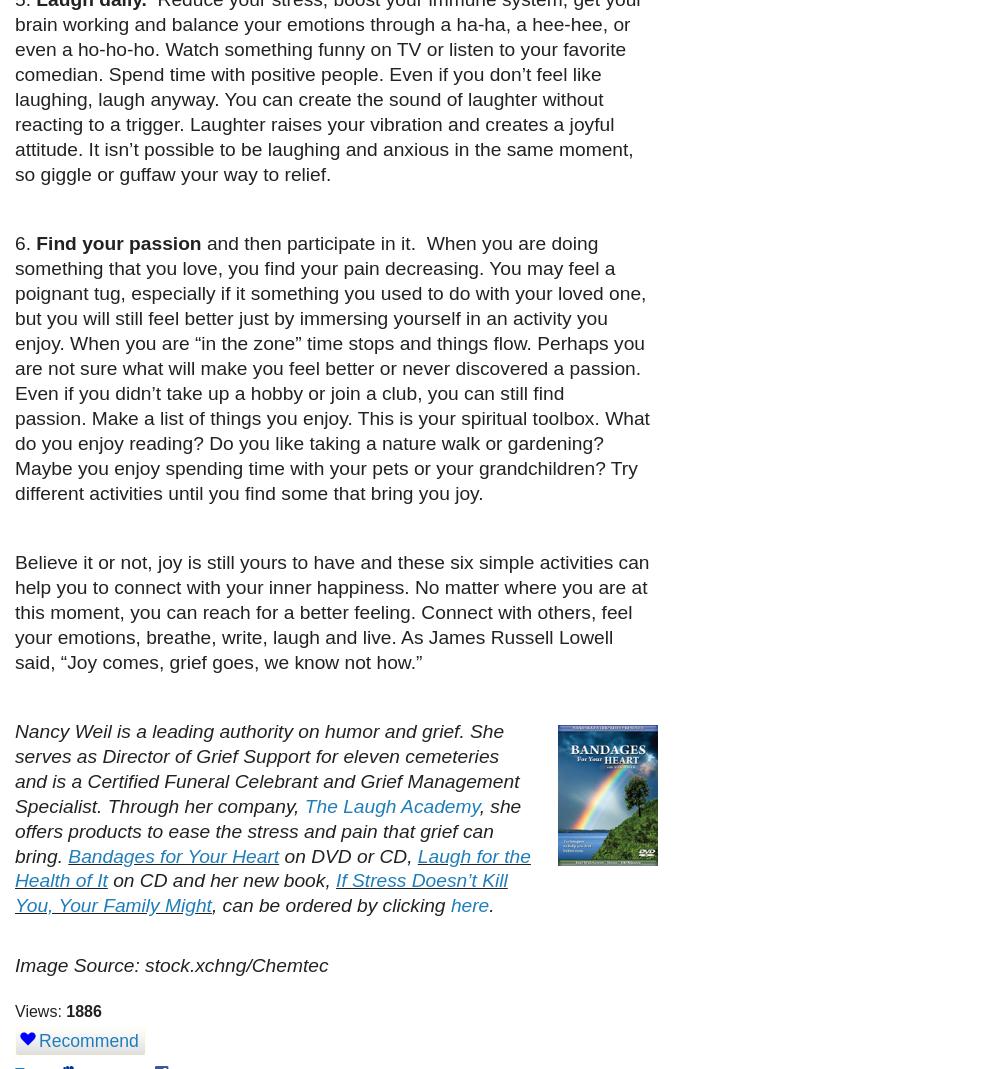 Image resolution: width=1002 pixels, height=1069 pixels. Describe the element at coordinates (330, 611) in the screenshot. I see `'Believe it or not, joy is still yours to have and these six simple activities can help you to connect with your inner happiness. No matter where you are at this moment, you can reach for a better feeling. Connect with others, feel your emotions, breathe, write, laugh and live. As James Russell Lowell said, “Joy comes, grief goes, we know not how.”'` at that location.